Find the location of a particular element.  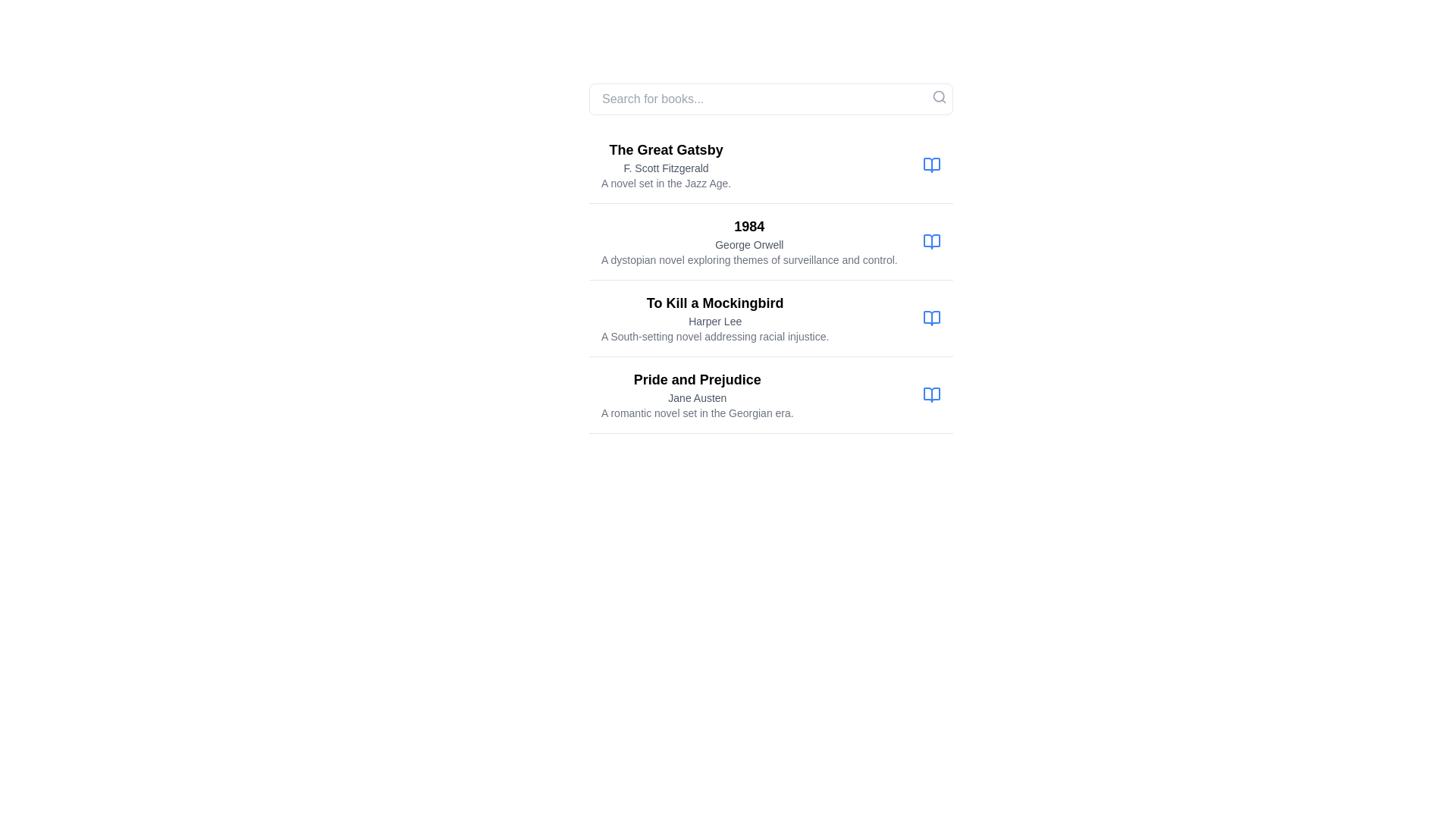

the static text element reading 'Jane Austen', which is styled in a smaller light gray font and is positioned below the title 'Pride and Prejudice' is located at coordinates (696, 397).